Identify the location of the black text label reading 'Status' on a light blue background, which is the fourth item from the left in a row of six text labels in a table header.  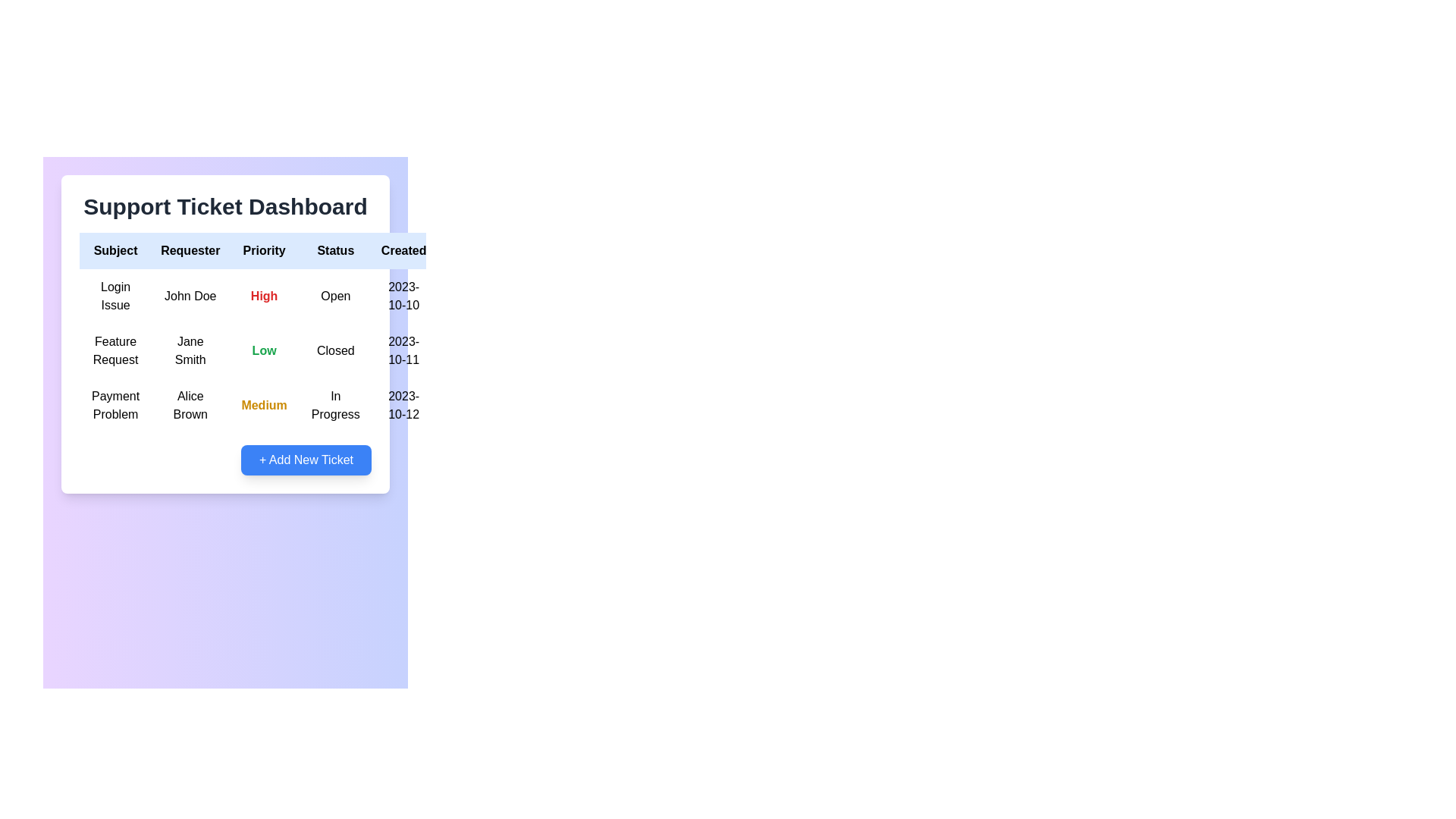
(334, 250).